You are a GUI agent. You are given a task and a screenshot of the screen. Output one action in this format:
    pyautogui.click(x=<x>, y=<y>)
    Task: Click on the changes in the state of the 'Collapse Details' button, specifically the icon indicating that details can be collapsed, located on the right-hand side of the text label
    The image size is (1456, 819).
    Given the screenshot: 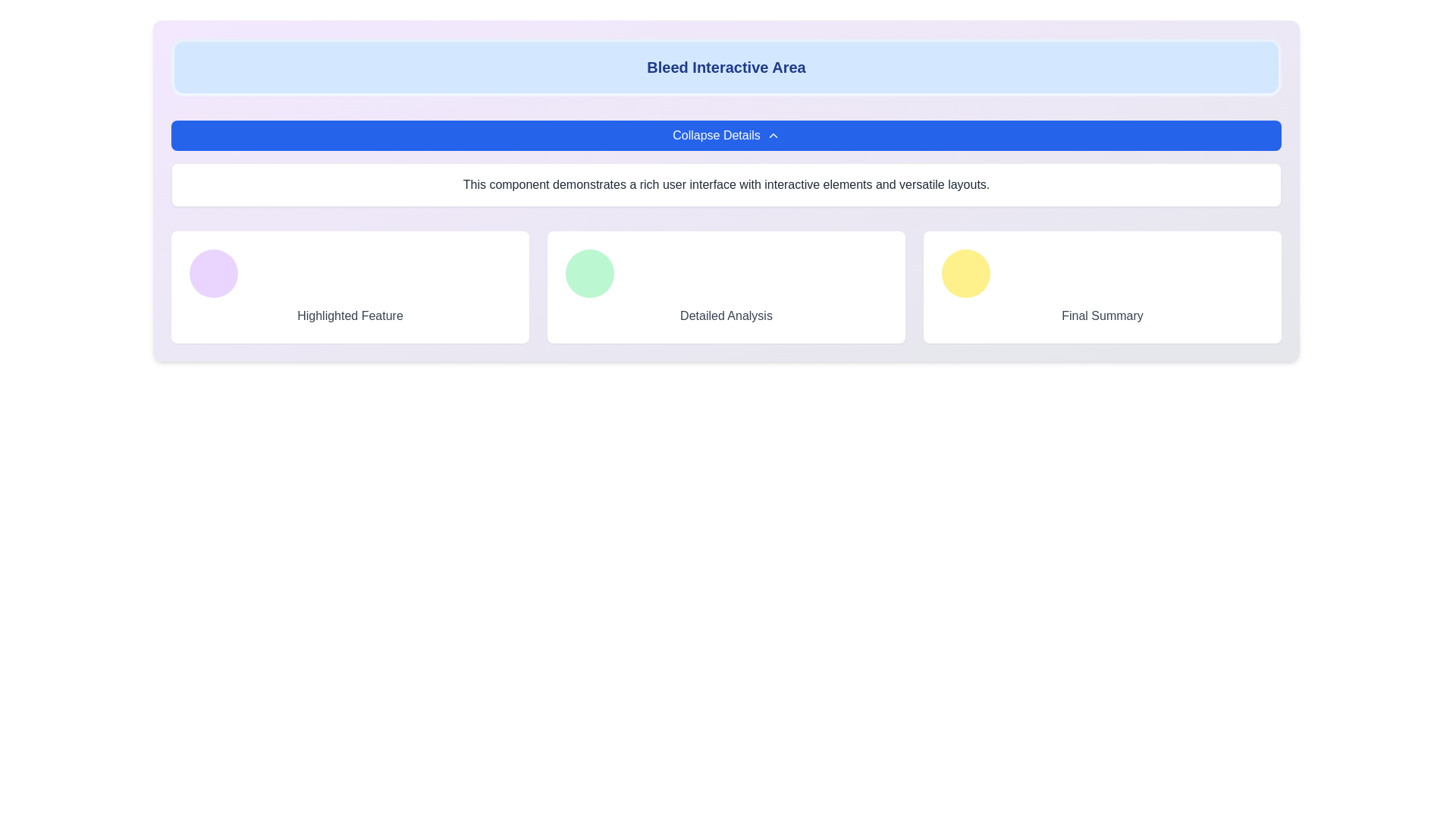 What is the action you would take?
    pyautogui.click(x=773, y=134)
    